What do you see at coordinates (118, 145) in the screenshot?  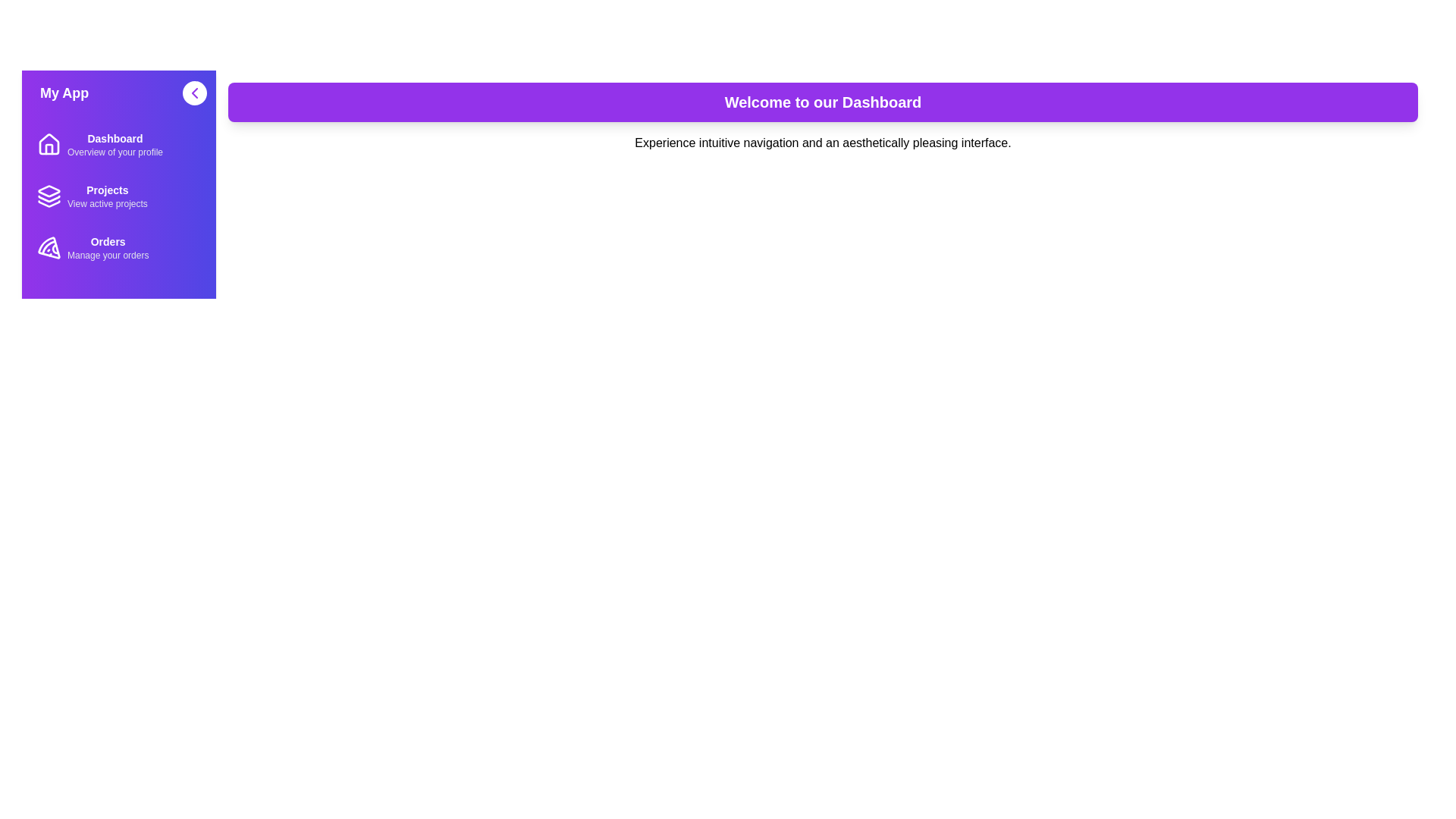 I see `the 'Dashboard' menu item to navigate` at bounding box center [118, 145].